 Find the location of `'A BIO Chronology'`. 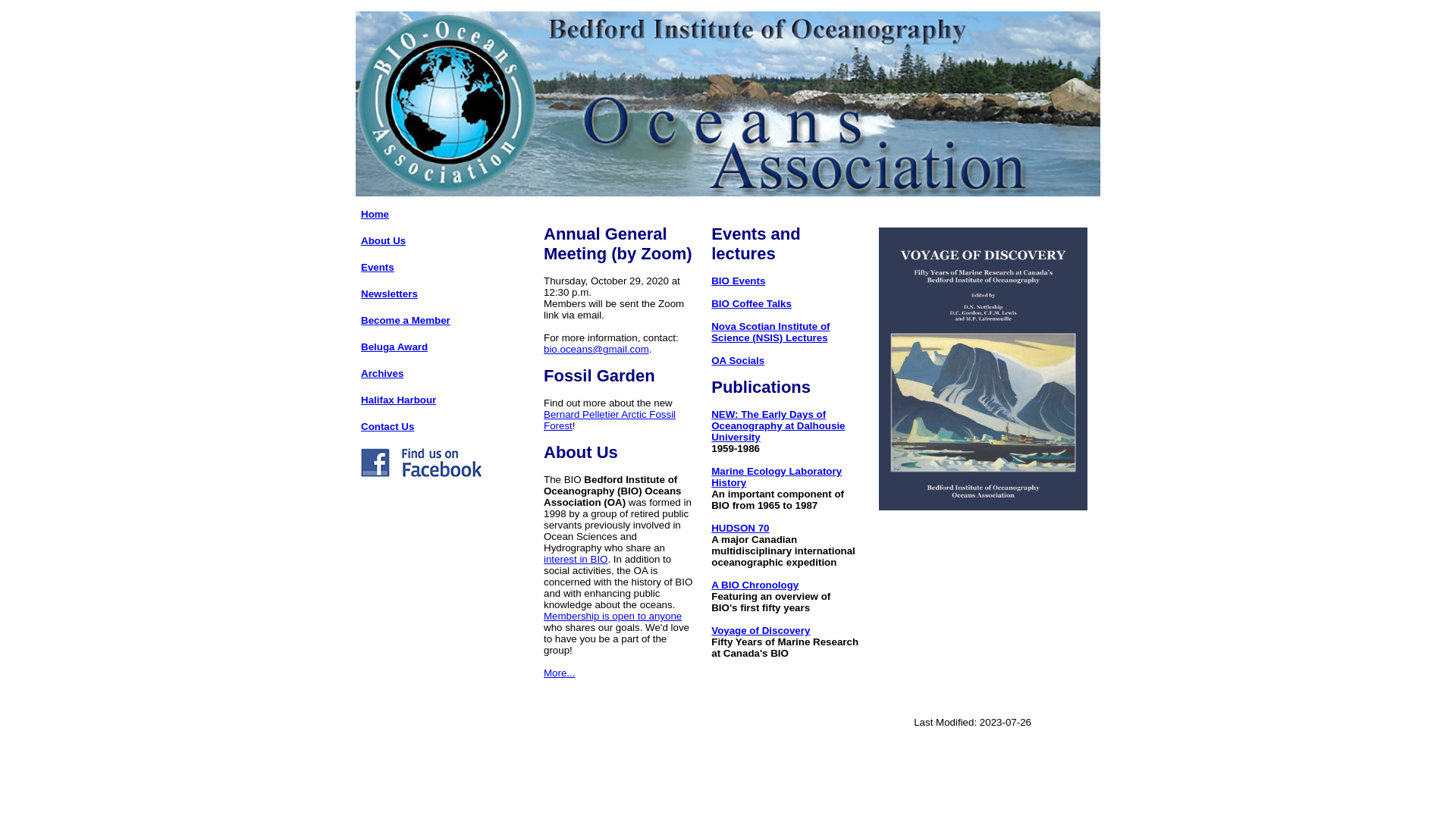

'A BIO Chronology' is located at coordinates (755, 584).